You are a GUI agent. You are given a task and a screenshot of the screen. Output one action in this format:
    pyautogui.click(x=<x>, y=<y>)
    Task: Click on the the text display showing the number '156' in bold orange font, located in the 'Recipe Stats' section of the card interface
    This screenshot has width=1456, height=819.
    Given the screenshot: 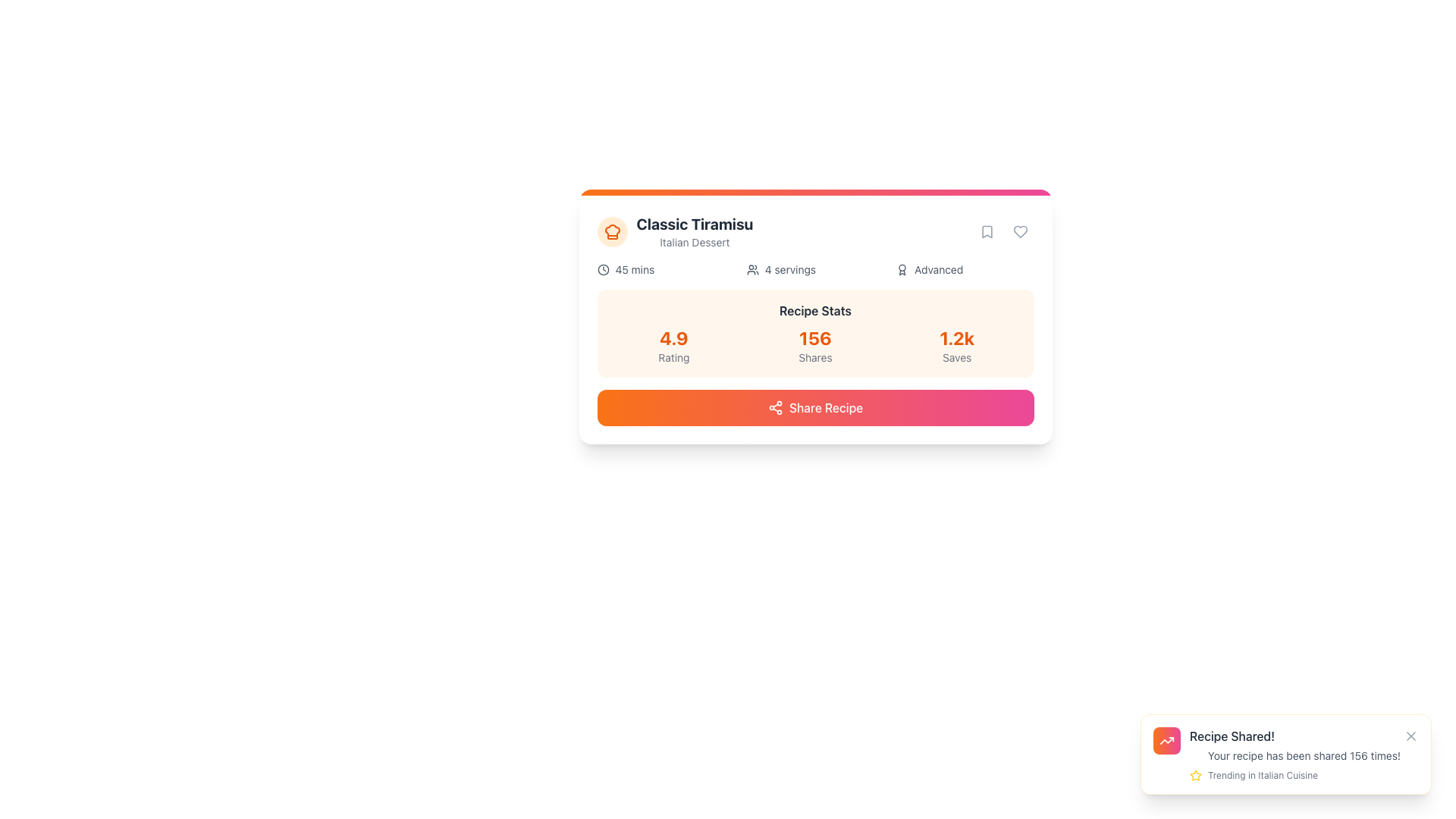 What is the action you would take?
    pyautogui.click(x=814, y=337)
    